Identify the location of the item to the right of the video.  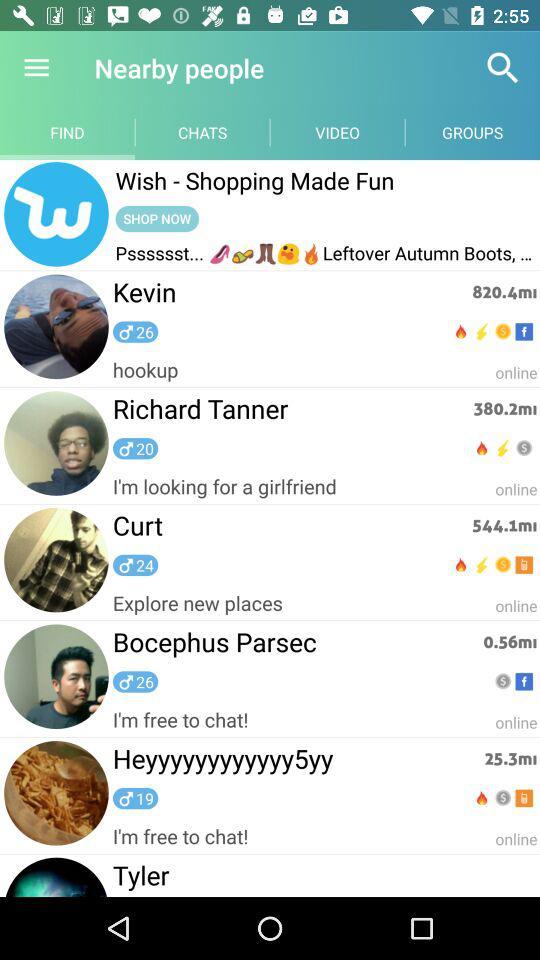
(502, 68).